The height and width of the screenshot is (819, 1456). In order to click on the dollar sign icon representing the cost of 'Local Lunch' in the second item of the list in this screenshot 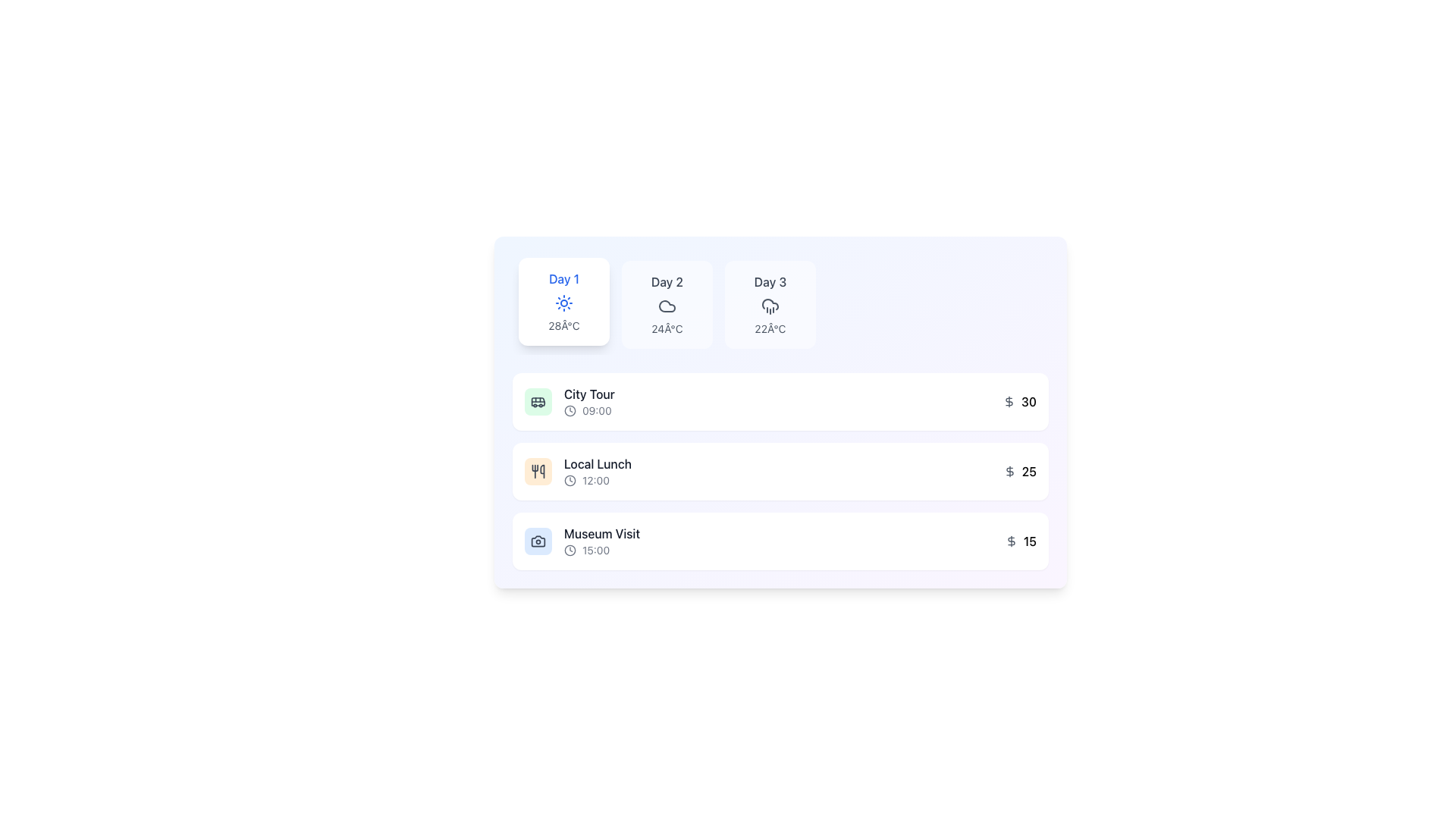, I will do `click(1009, 470)`.